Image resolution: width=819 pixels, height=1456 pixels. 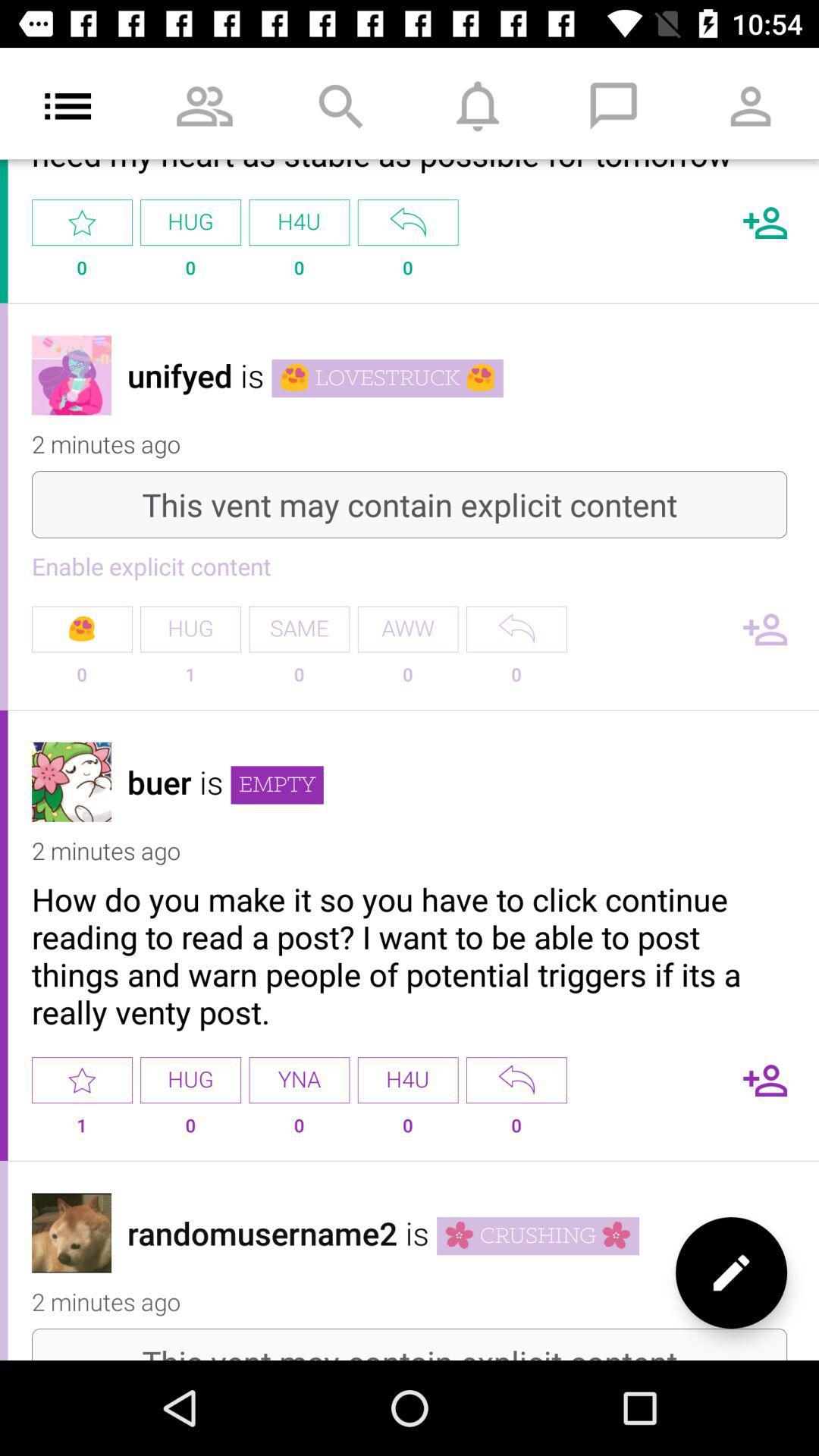 What do you see at coordinates (82, 629) in the screenshot?
I see `the item next to hug app` at bounding box center [82, 629].